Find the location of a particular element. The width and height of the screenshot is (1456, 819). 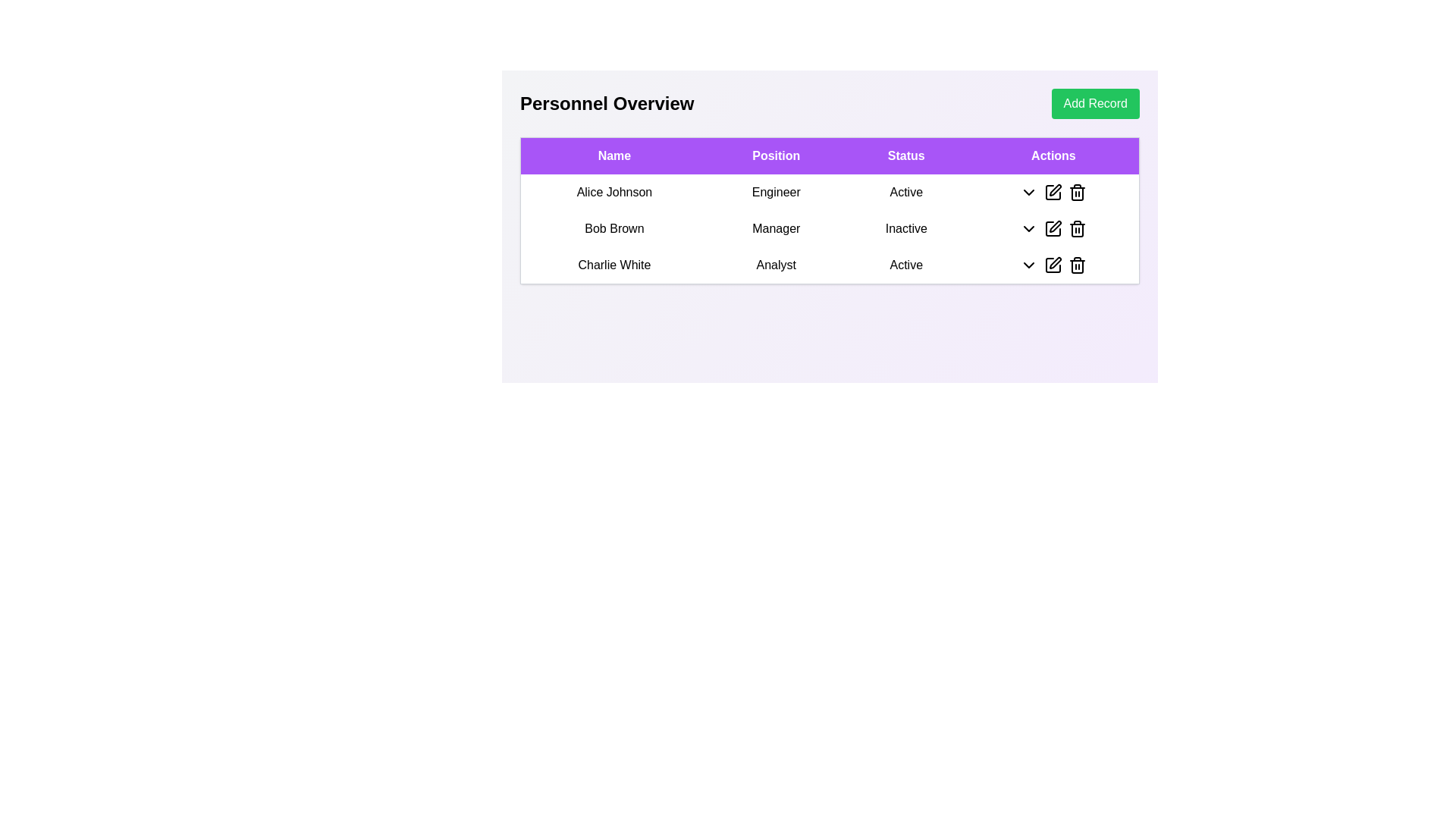

the delete button in the 'Actions' column is located at coordinates (1077, 228).